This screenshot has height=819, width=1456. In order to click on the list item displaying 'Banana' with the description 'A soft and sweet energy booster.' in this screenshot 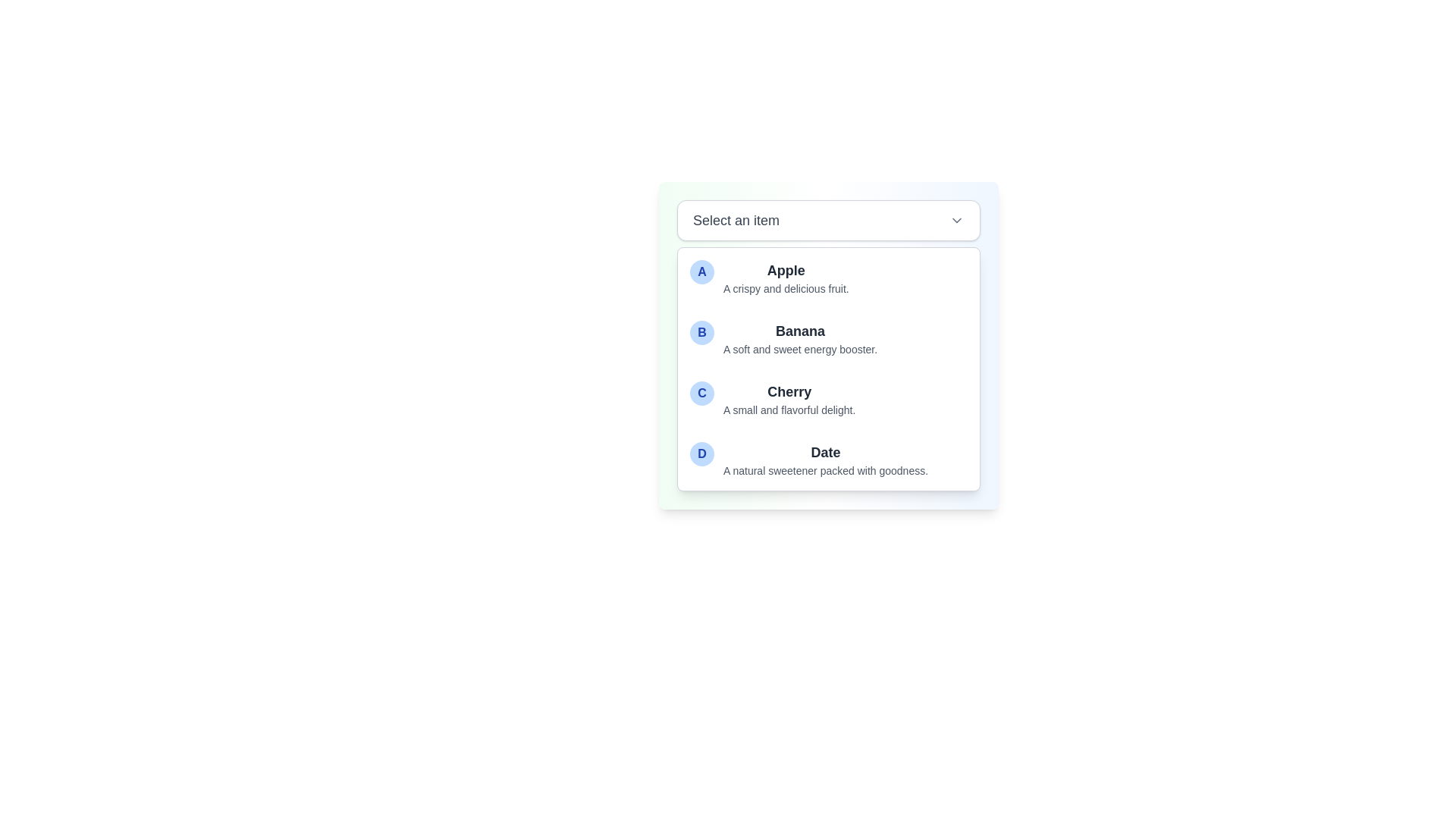, I will do `click(828, 345)`.